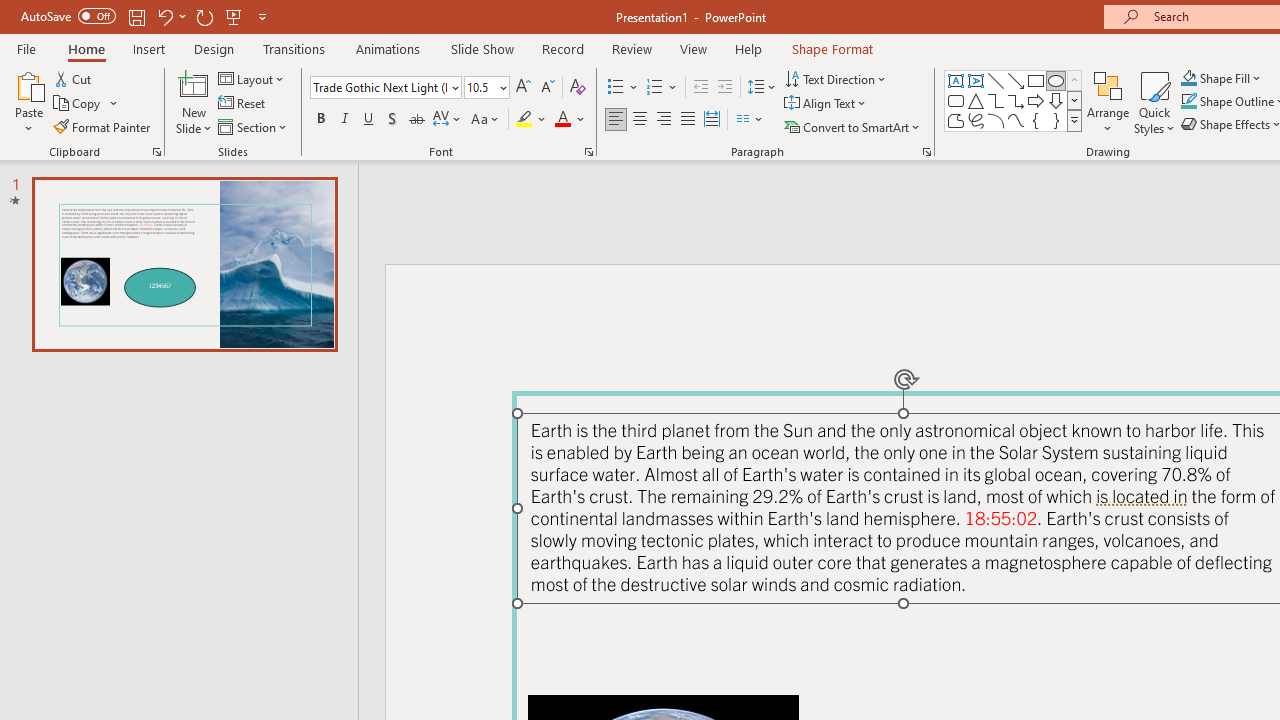 This screenshot has height=720, width=1280. I want to click on 'Shape Outline Teal, Accent 1', so click(1189, 101).